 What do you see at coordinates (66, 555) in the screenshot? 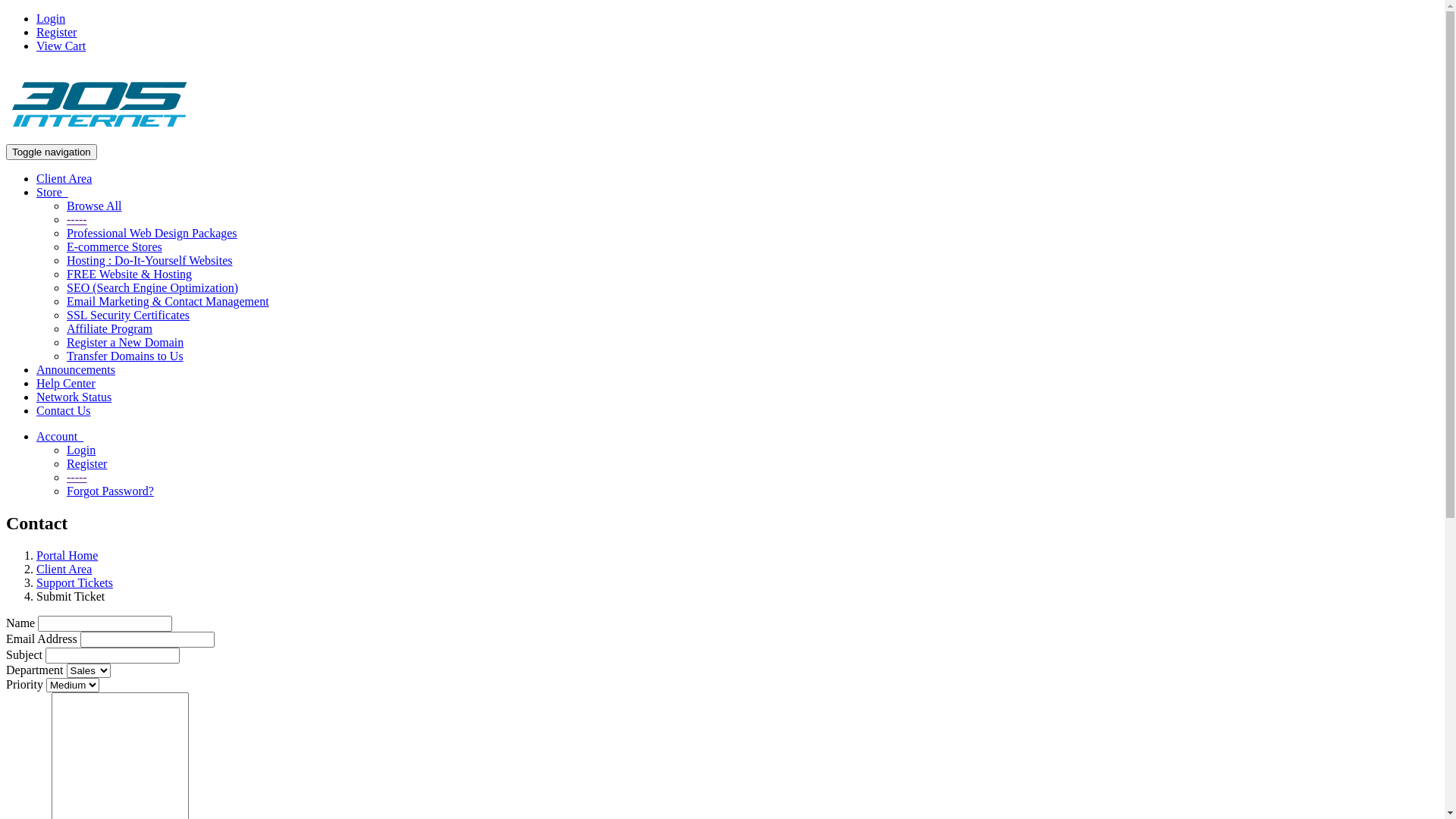
I see `'Portal Home'` at bounding box center [66, 555].